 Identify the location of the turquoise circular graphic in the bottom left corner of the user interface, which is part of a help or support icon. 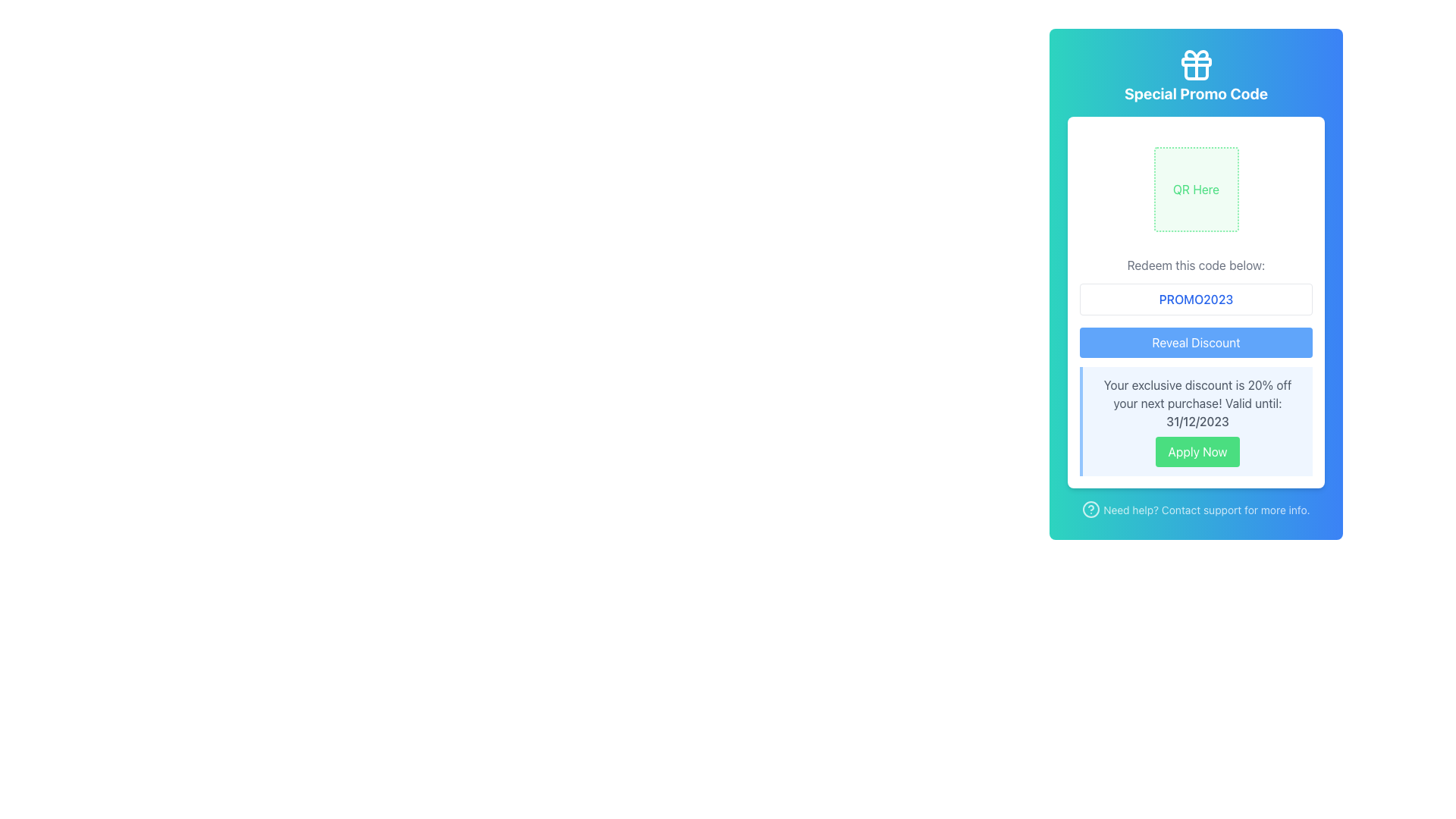
(1090, 509).